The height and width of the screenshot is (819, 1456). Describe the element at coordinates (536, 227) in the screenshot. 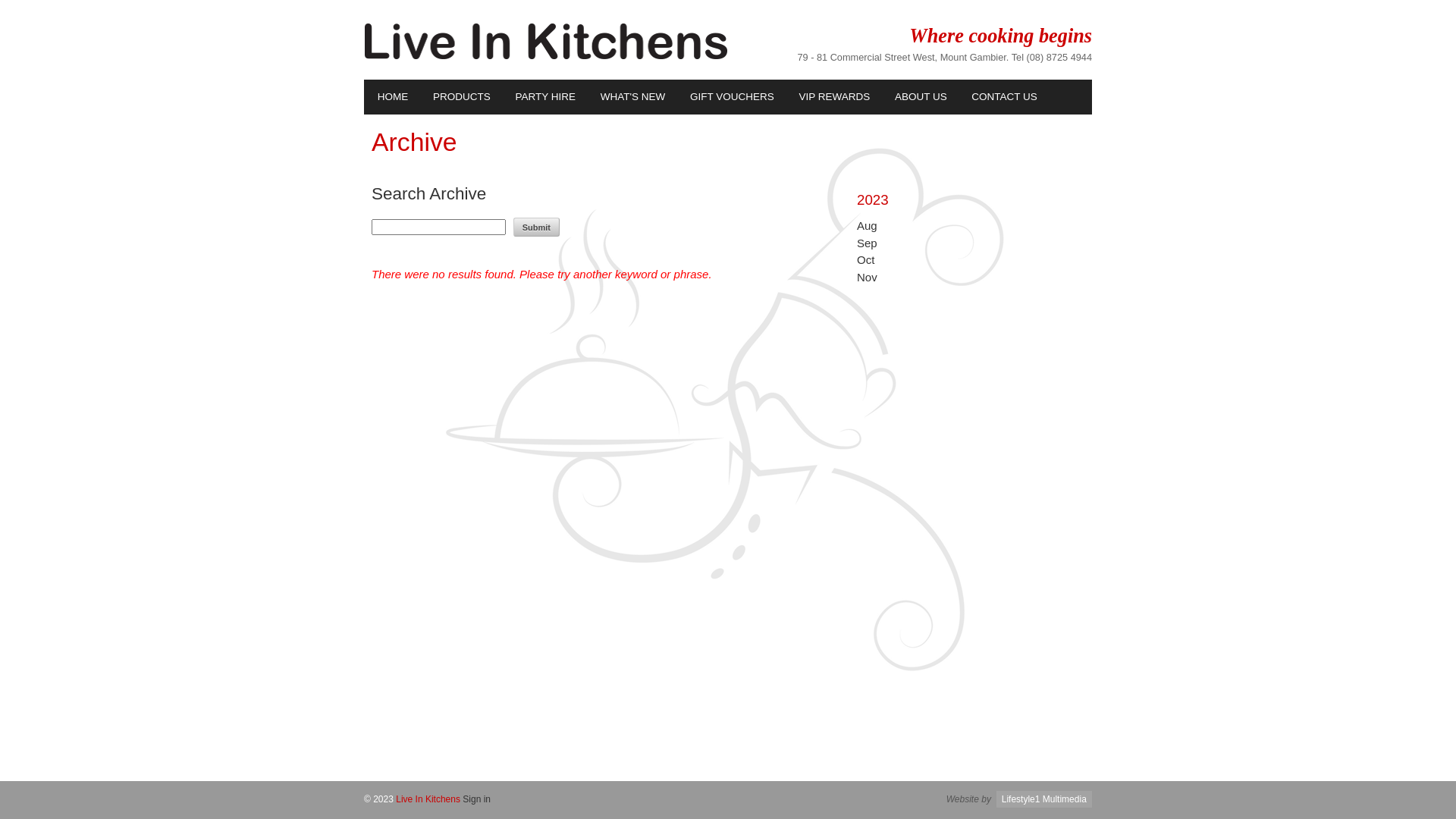

I see `'Submit'` at that location.